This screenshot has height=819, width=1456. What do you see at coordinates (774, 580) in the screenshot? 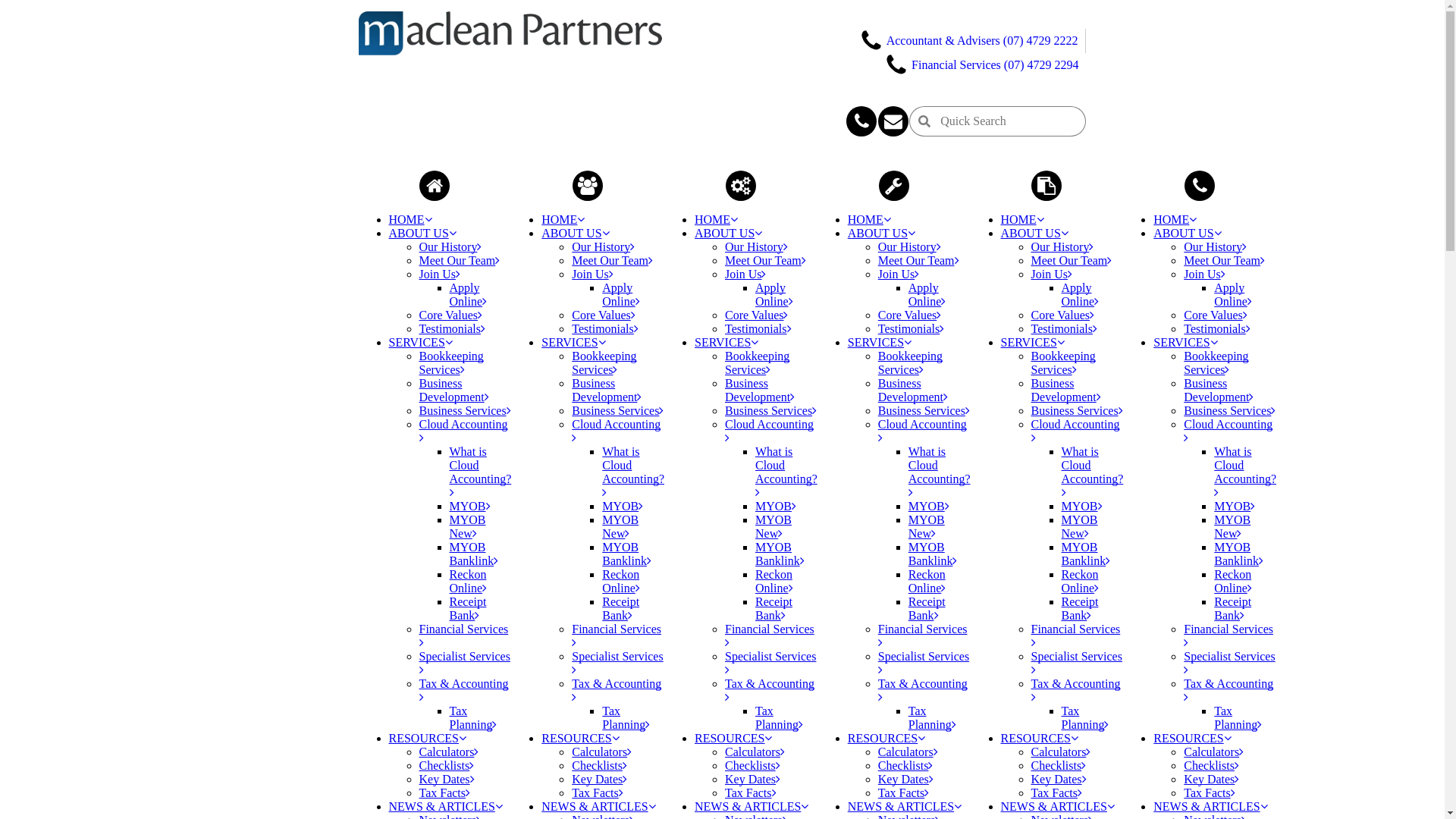
I see `'Reckon Online'` at bounding box center [774, 580].